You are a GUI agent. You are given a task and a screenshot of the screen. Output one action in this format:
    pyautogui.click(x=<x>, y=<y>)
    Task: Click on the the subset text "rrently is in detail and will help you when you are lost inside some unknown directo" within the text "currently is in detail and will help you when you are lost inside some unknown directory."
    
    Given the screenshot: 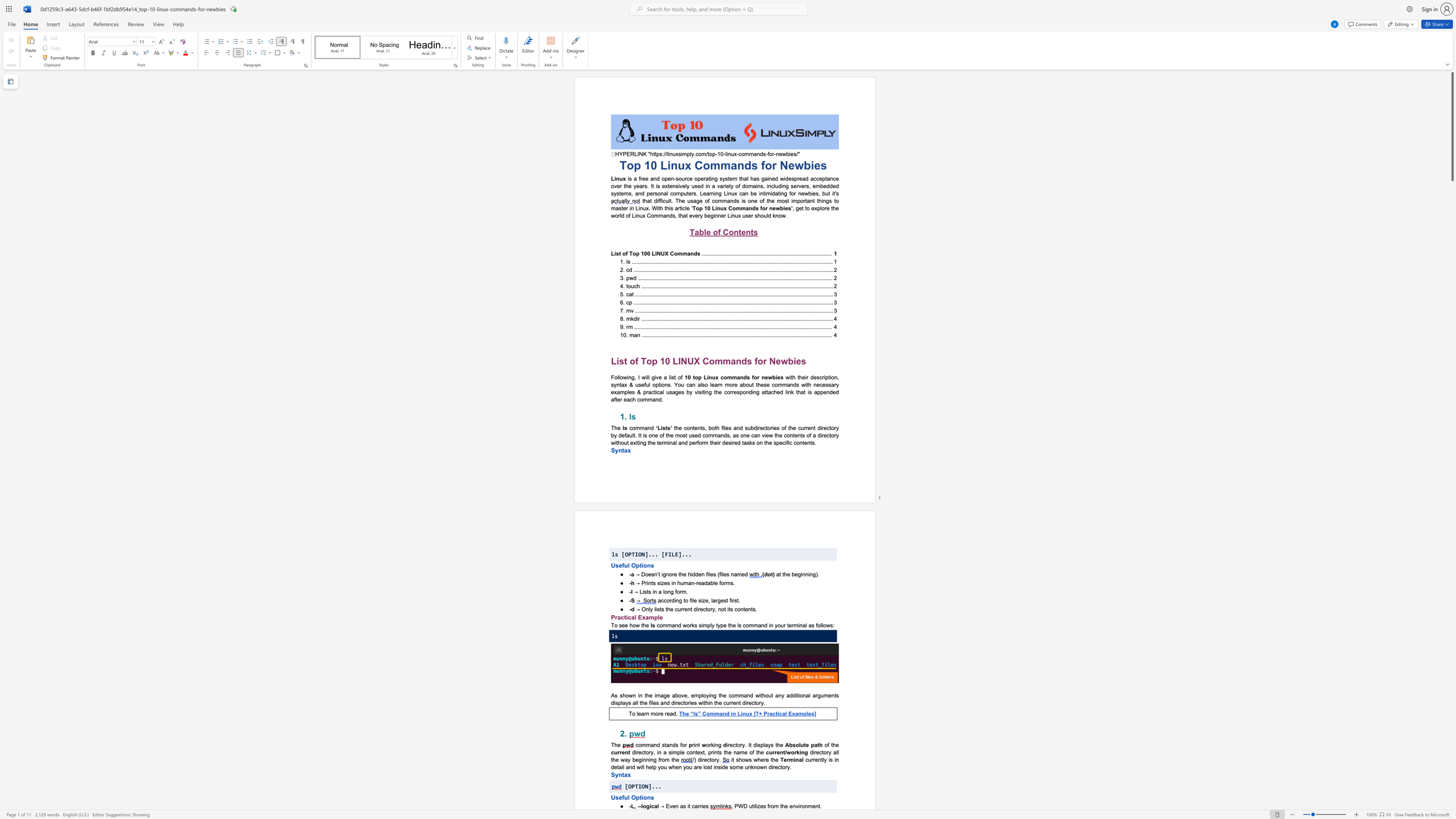 What is the action you would take?
    pyautogui.click(x=811, y=759)
    